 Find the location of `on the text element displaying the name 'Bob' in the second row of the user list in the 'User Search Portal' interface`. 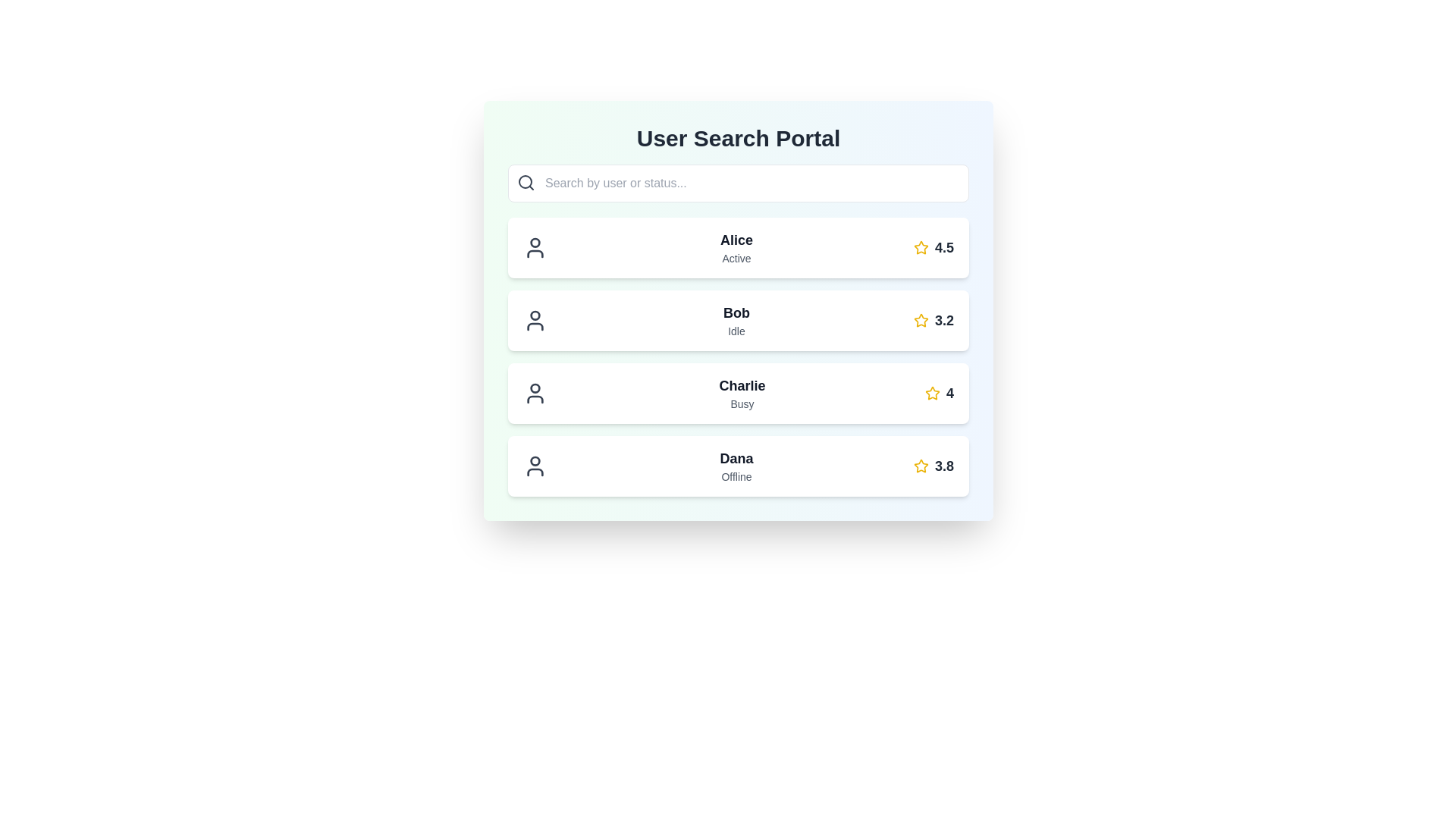

on the text element displaying the name 'Bob' in the second row of the user list in the 'User Search Portal' interface is located at coordinates (736, 312).